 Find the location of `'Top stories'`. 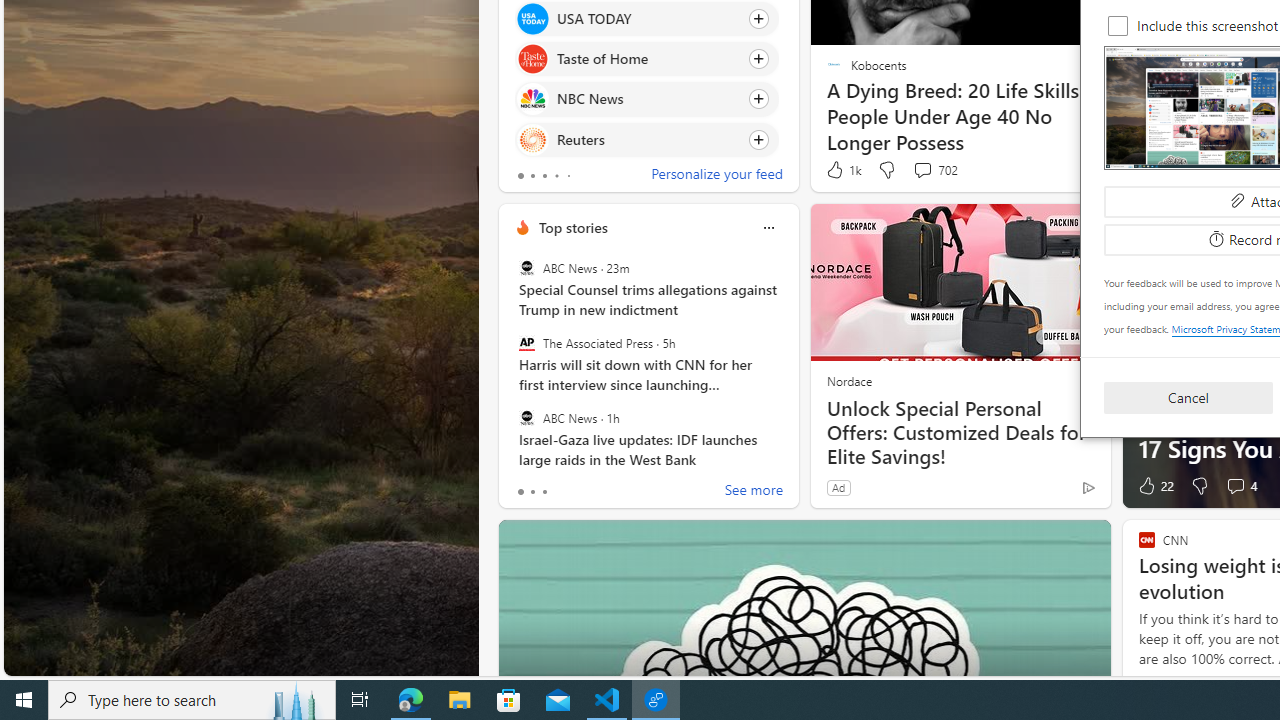

'Top stories' is located at coordinates (571, 226).